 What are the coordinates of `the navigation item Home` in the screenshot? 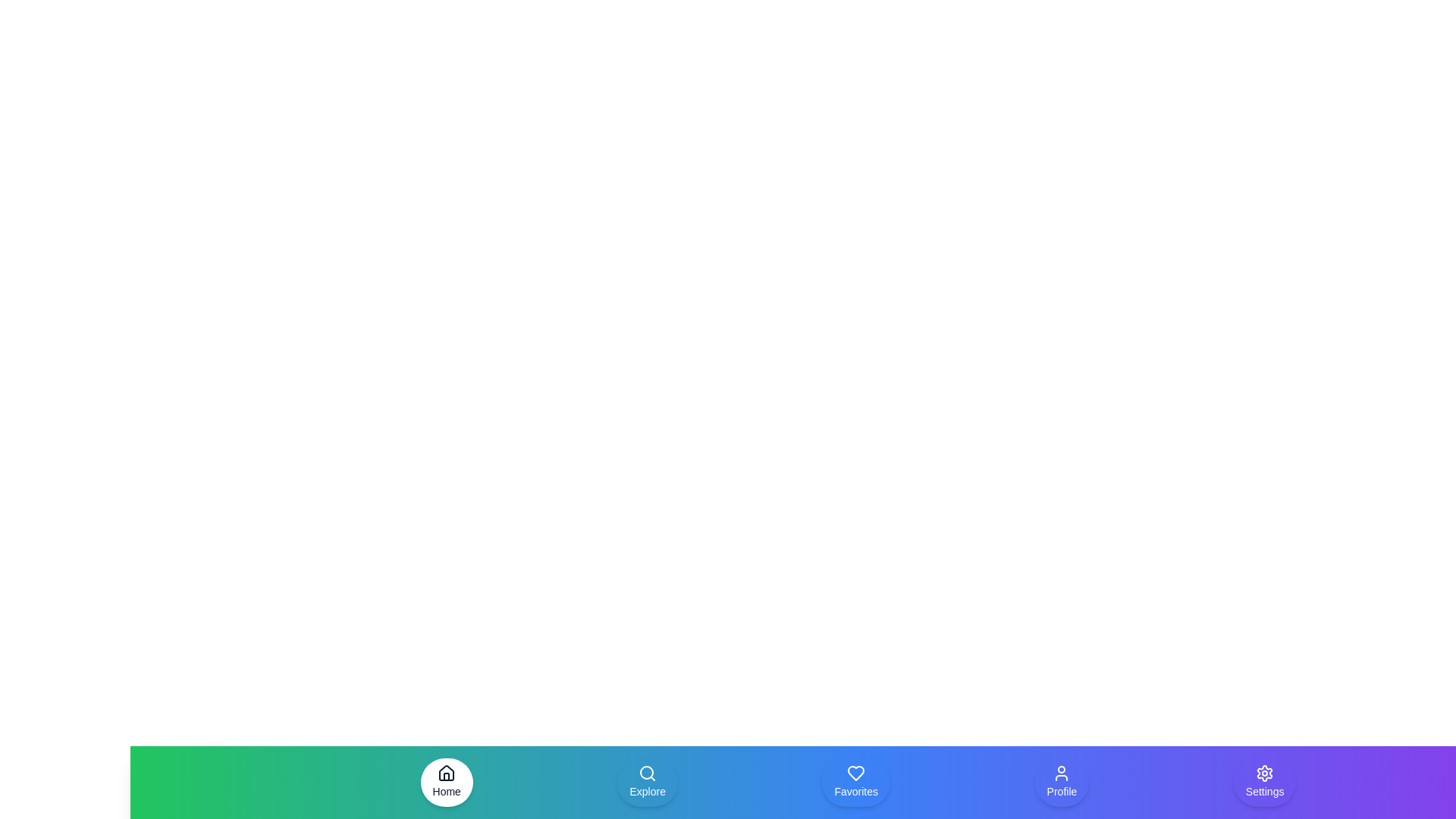 It's located at (446, 783).